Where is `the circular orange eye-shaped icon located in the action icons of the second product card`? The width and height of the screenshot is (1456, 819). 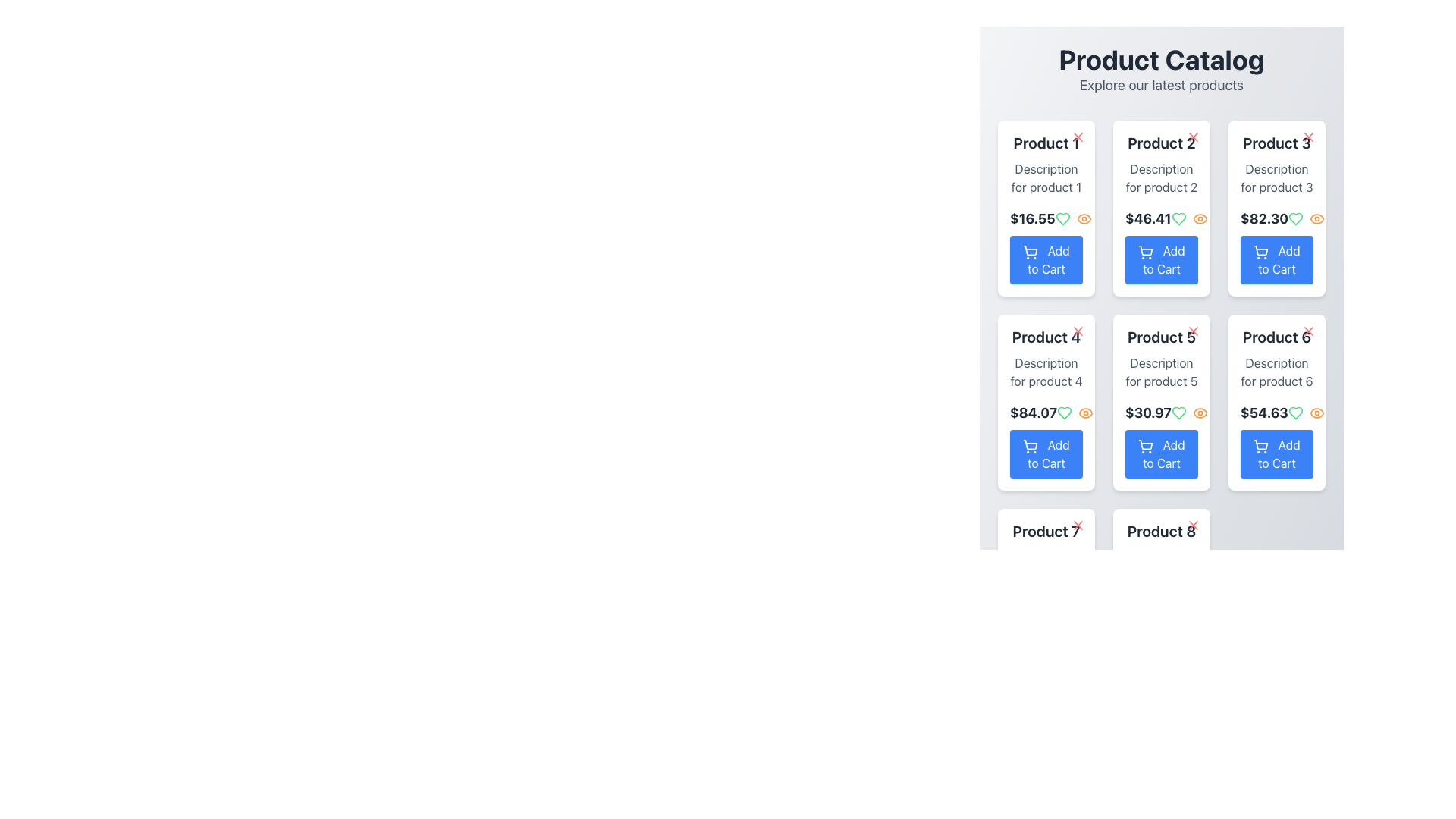
the circular orange eye-shaped icon located in the action icons of the second product card is located at coordinates (1199, 219).